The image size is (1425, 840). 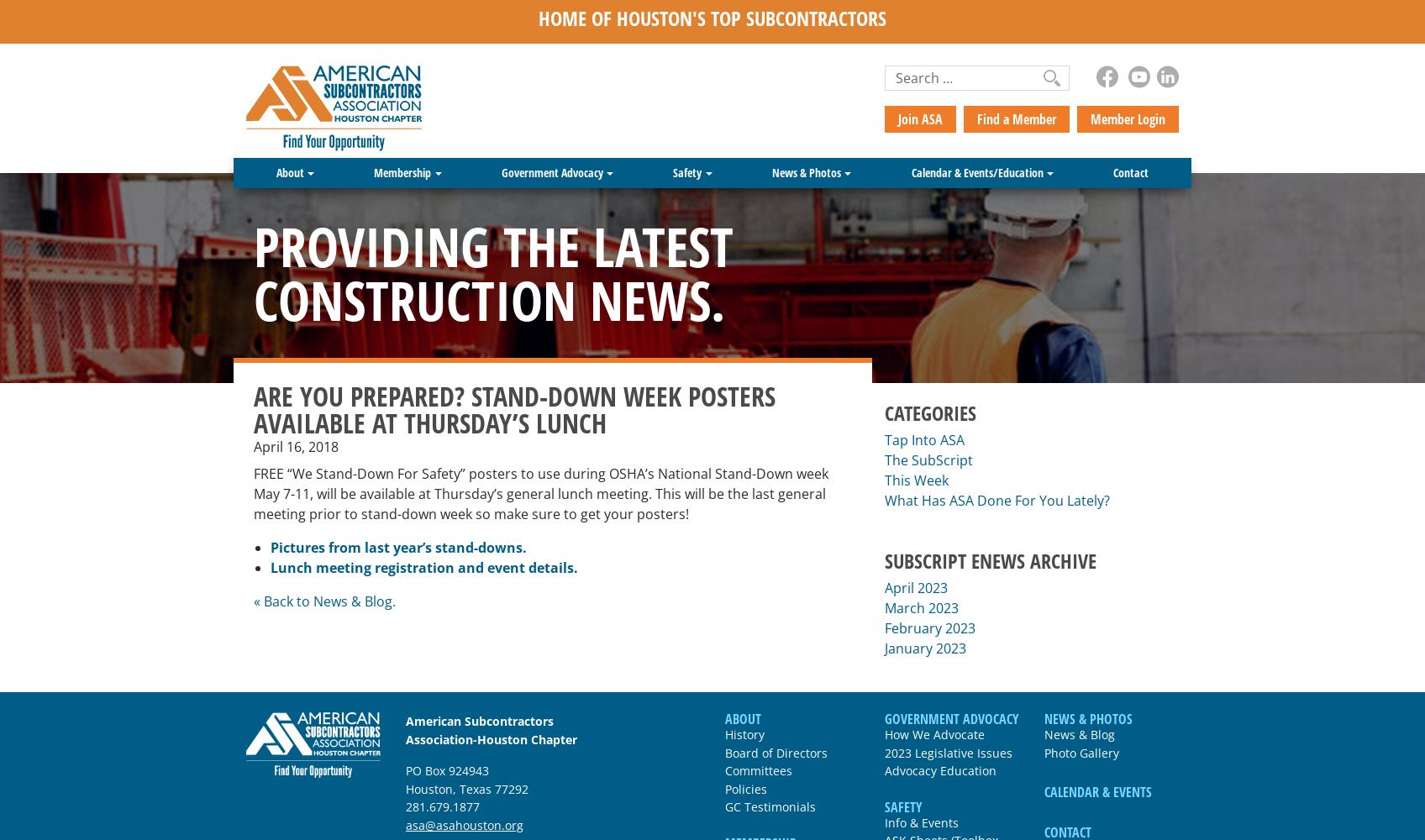 What do you see at coordinates (924, 648) in the screenshot?
I see `'January 2023'` at bounding box center [924, 648].